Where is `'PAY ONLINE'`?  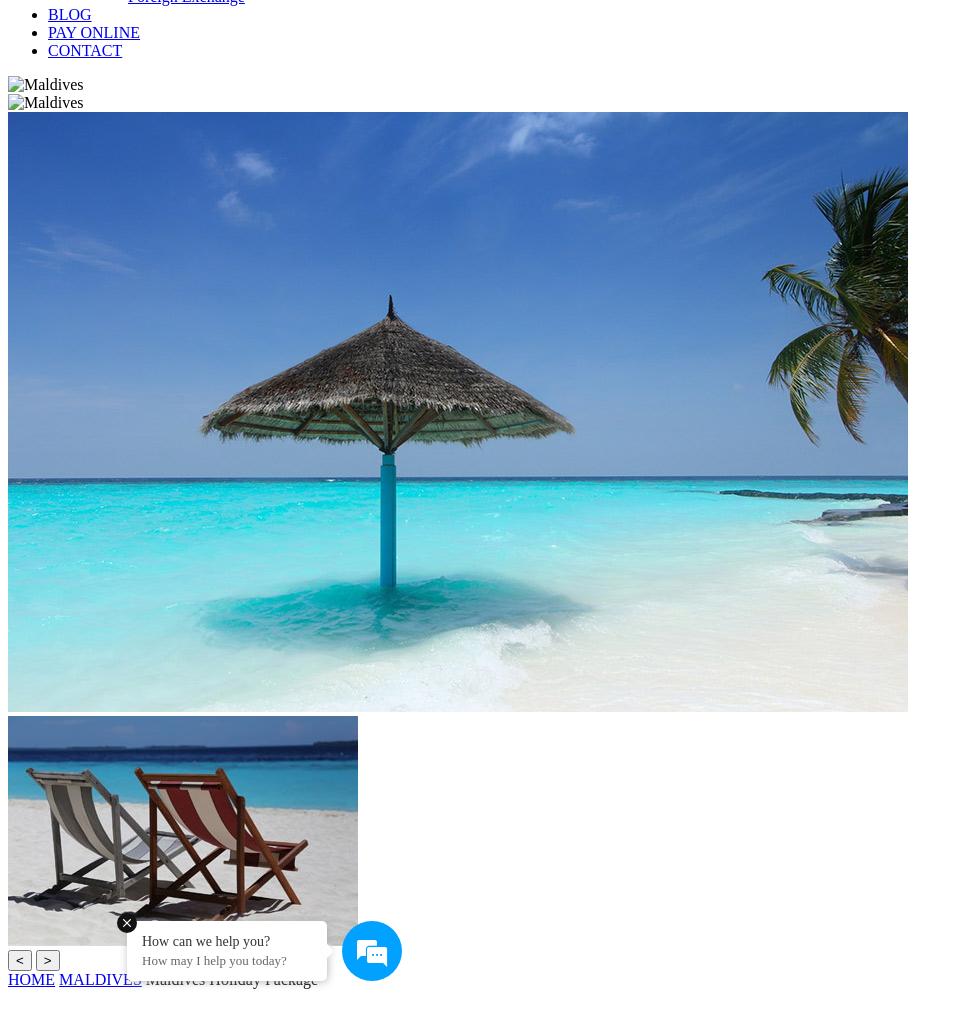
'PAY ONLINE' is located at coordinates (93, 31).